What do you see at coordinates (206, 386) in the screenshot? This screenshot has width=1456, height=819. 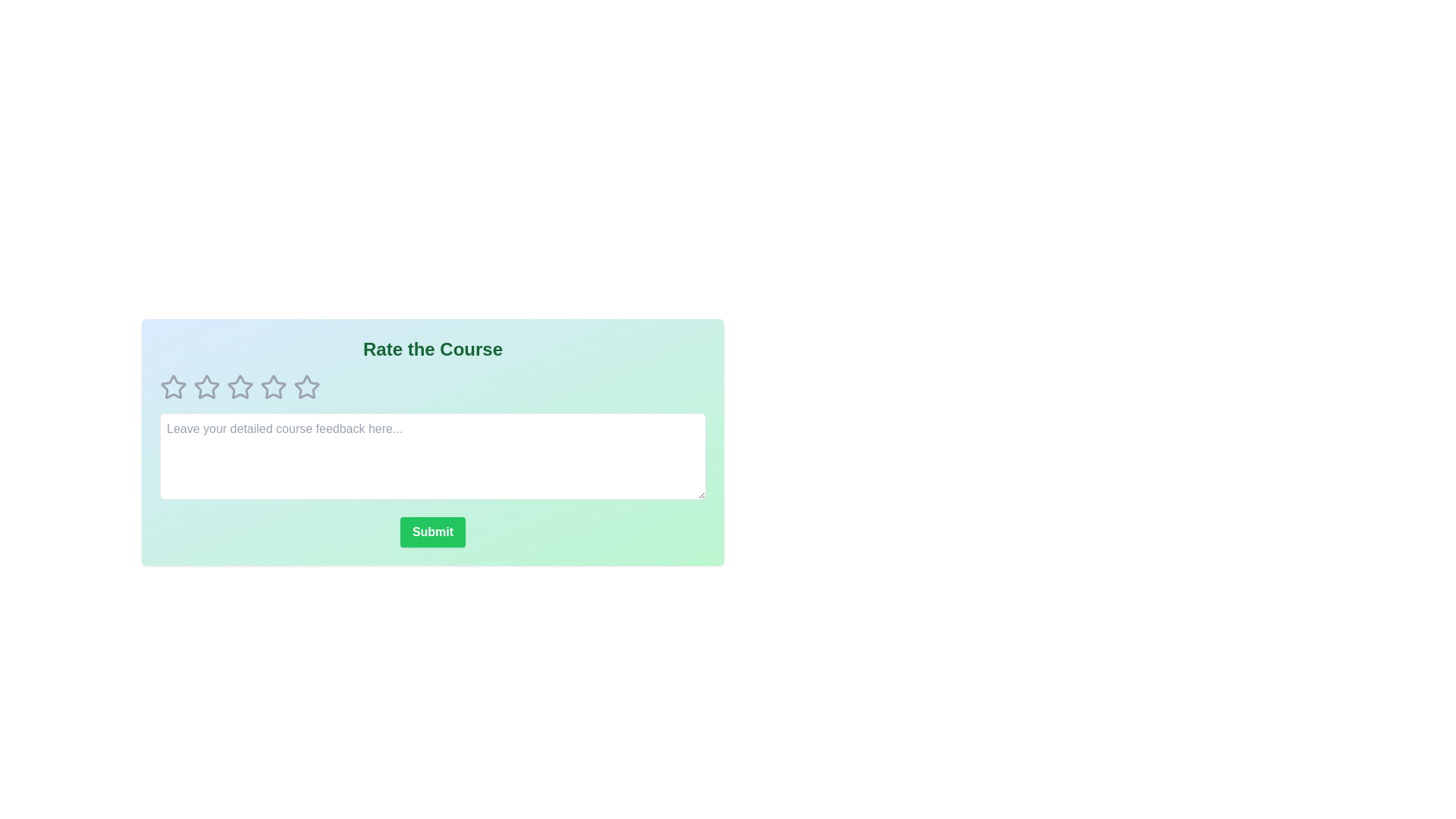 I see `the course rating to 2 stars by clicking on the corresponding star` at bounding box center [206, 386].